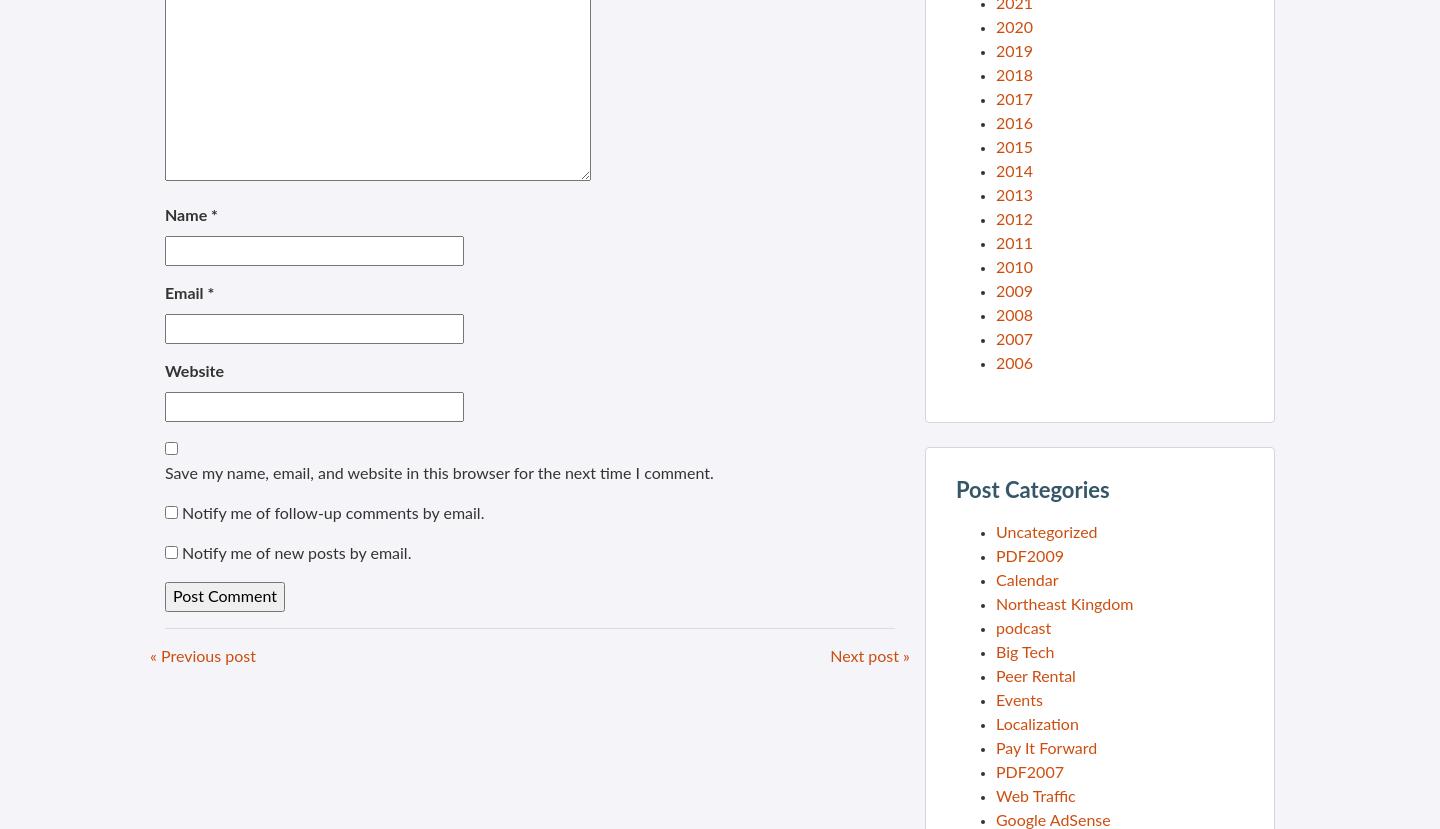 This screenshot has width=1440, height=829. Describe the element at coordinates (1013, 123) in the screenshot. I see `'2016'` at that location.